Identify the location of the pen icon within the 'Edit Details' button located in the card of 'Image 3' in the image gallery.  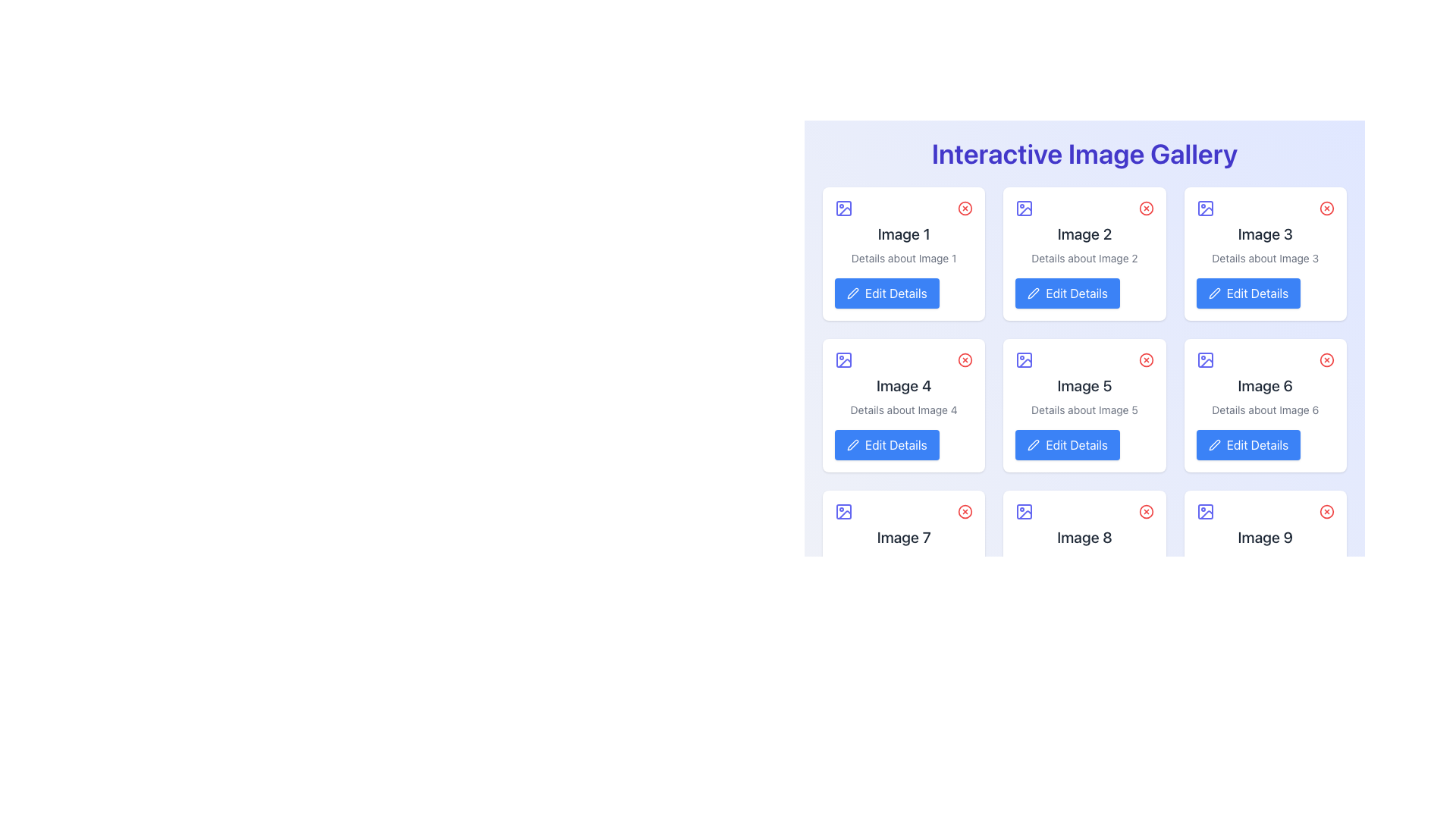
(1214, 293).